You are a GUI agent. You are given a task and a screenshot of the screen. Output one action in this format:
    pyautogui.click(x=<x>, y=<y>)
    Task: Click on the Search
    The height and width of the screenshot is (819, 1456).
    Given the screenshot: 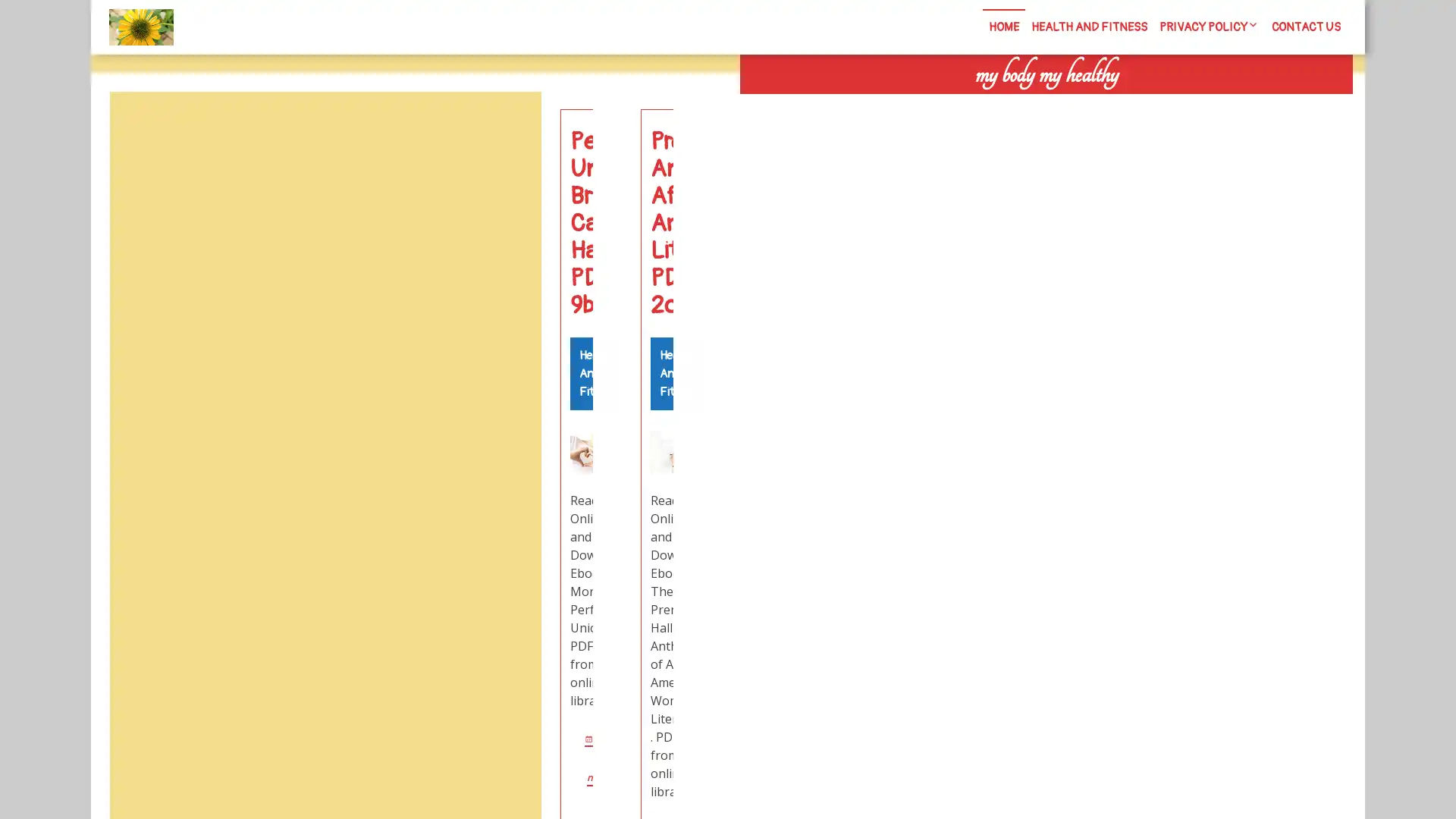 What is the action you would take?
    pyautogui.click(x=506, y=127)
    